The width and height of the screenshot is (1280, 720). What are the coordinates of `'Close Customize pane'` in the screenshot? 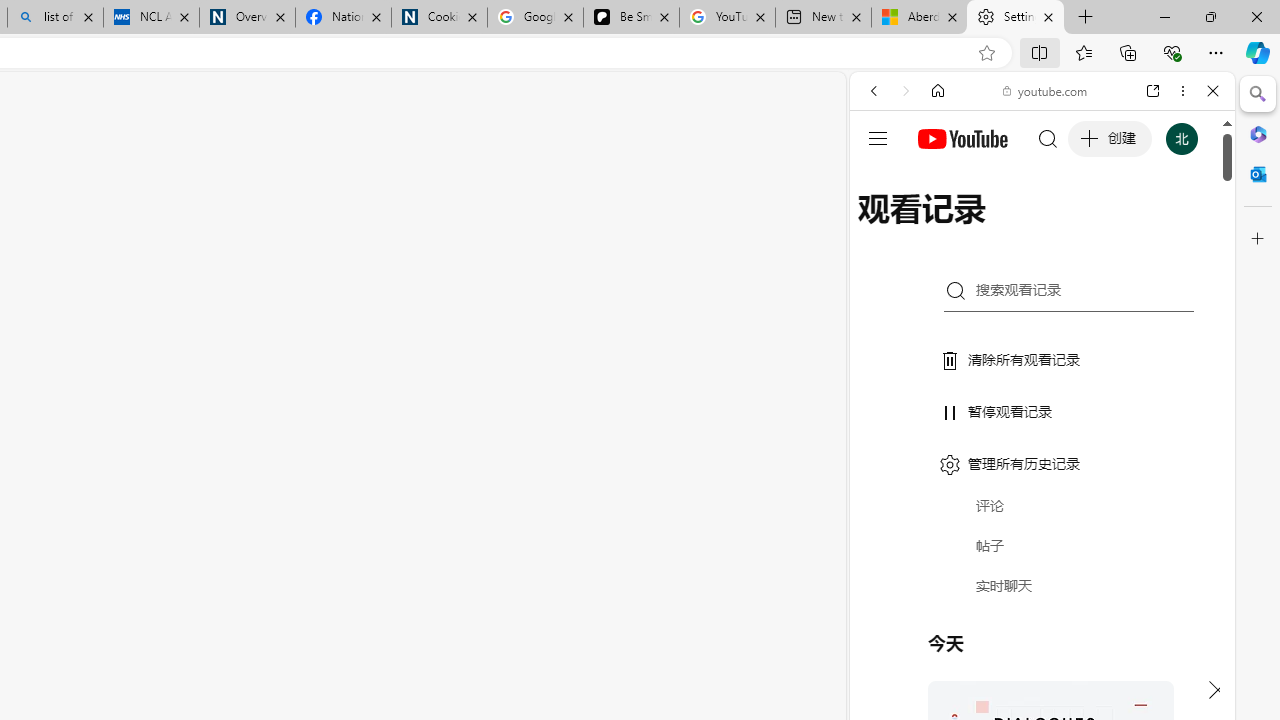 It's located at (1257, 238).